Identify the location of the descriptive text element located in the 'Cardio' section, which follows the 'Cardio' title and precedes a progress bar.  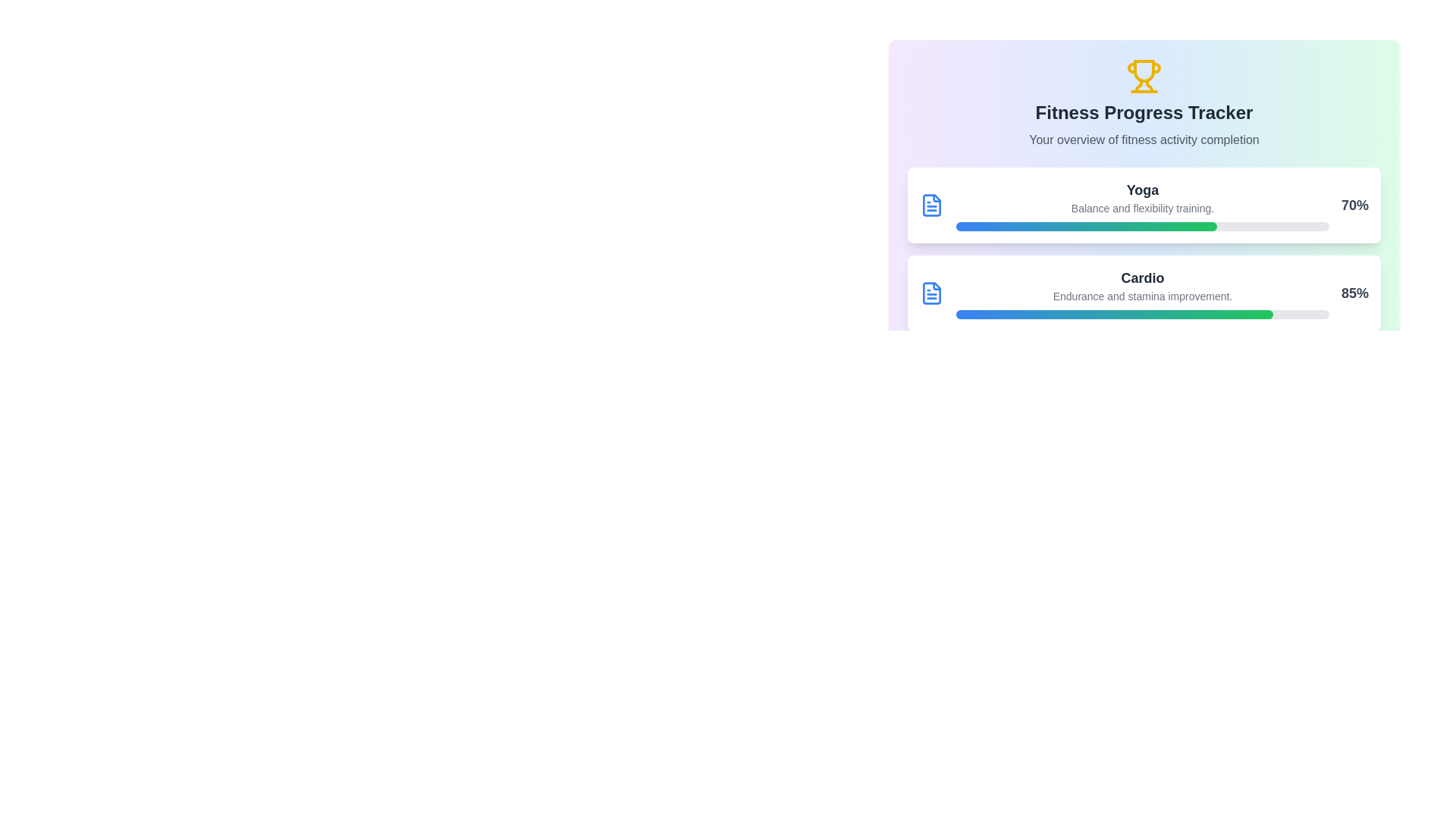
(1143, 296).